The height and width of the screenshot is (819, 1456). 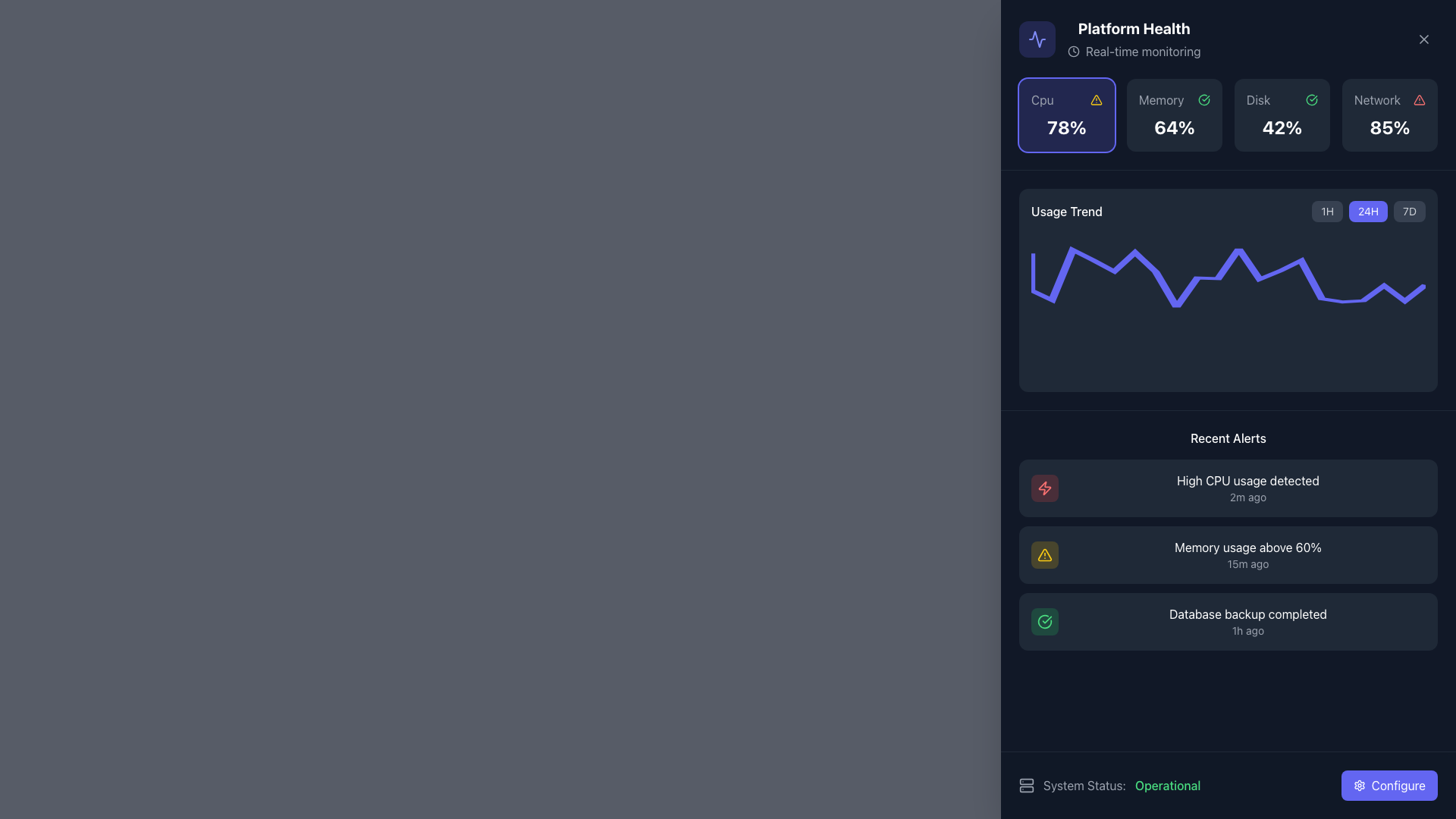 What do you see at coordinates (1065, 114) in the screenshot?
I see `the informational card with a semi-transparent indigo background that displays 'Cpu' in the top left corner and '78%' at the bottom center` at bounding box center [1065, 114].